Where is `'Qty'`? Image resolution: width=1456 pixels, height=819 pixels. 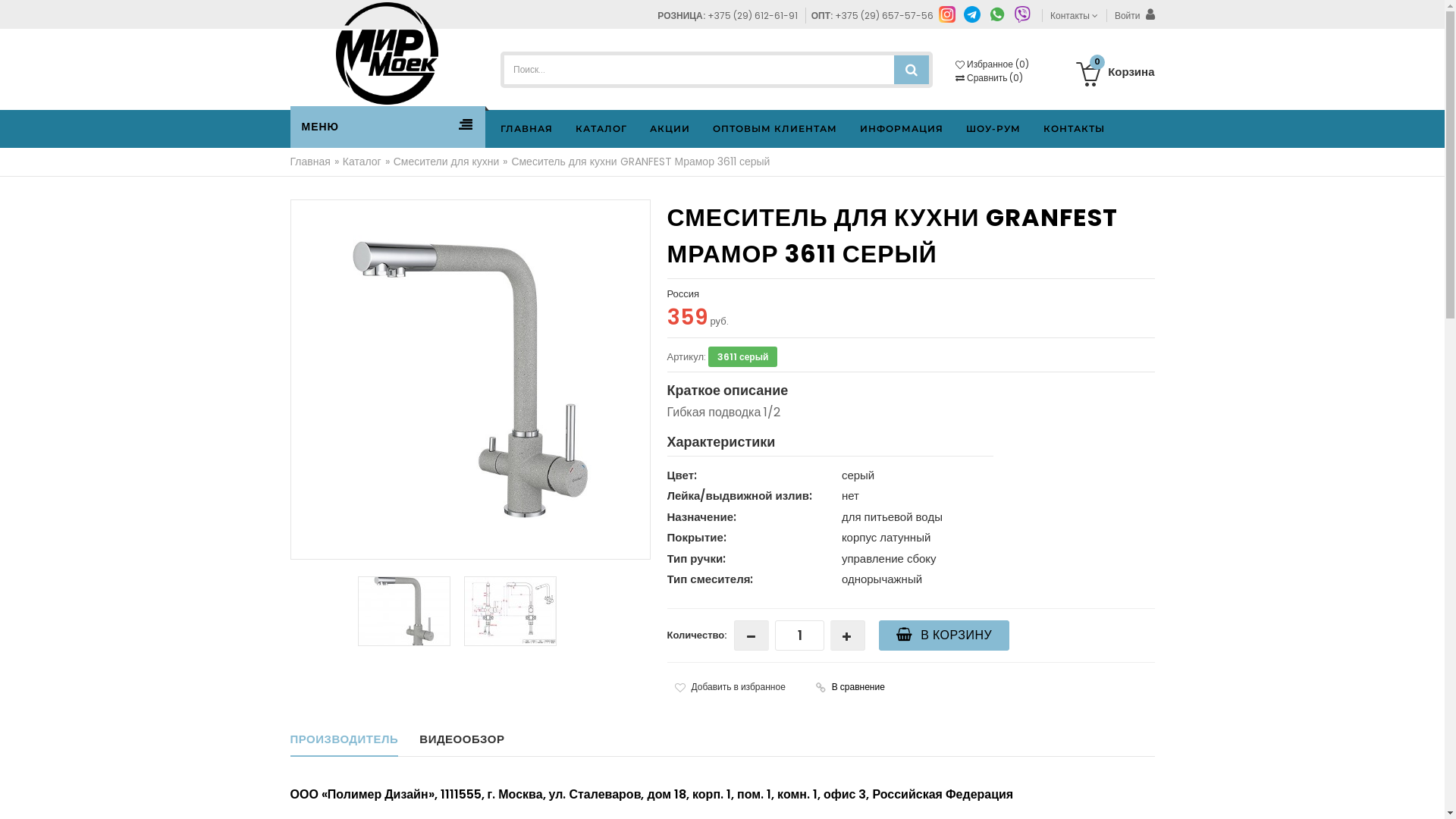 'Qty' is located at coordinates (799, 635).